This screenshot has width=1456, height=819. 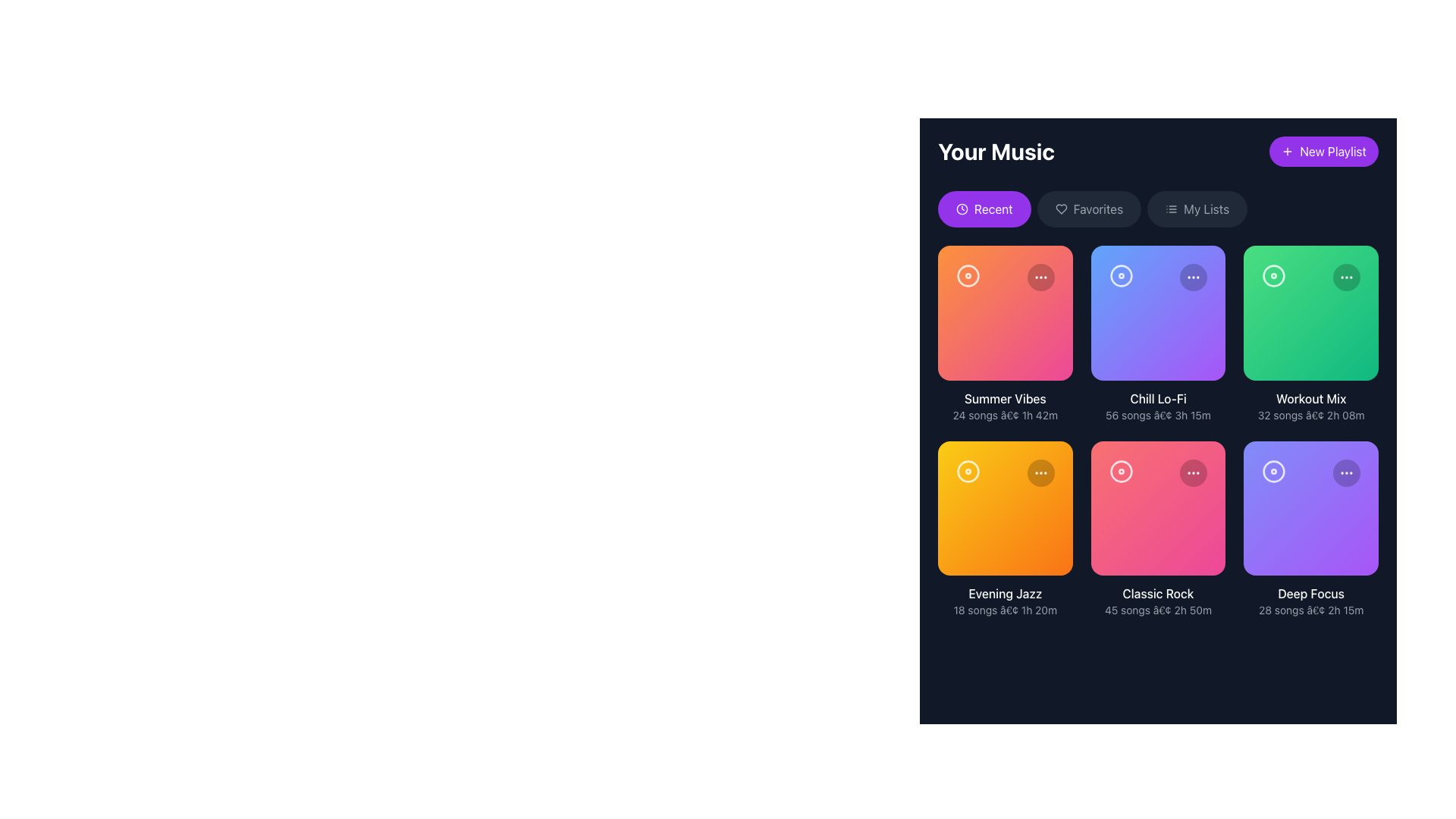 What do you see at coordinates (1347, 278) in the screenshot?
I see `the button with an icon located in the top-right corner of the 'Workout Mix' block` at bounding box center [1347, 278].